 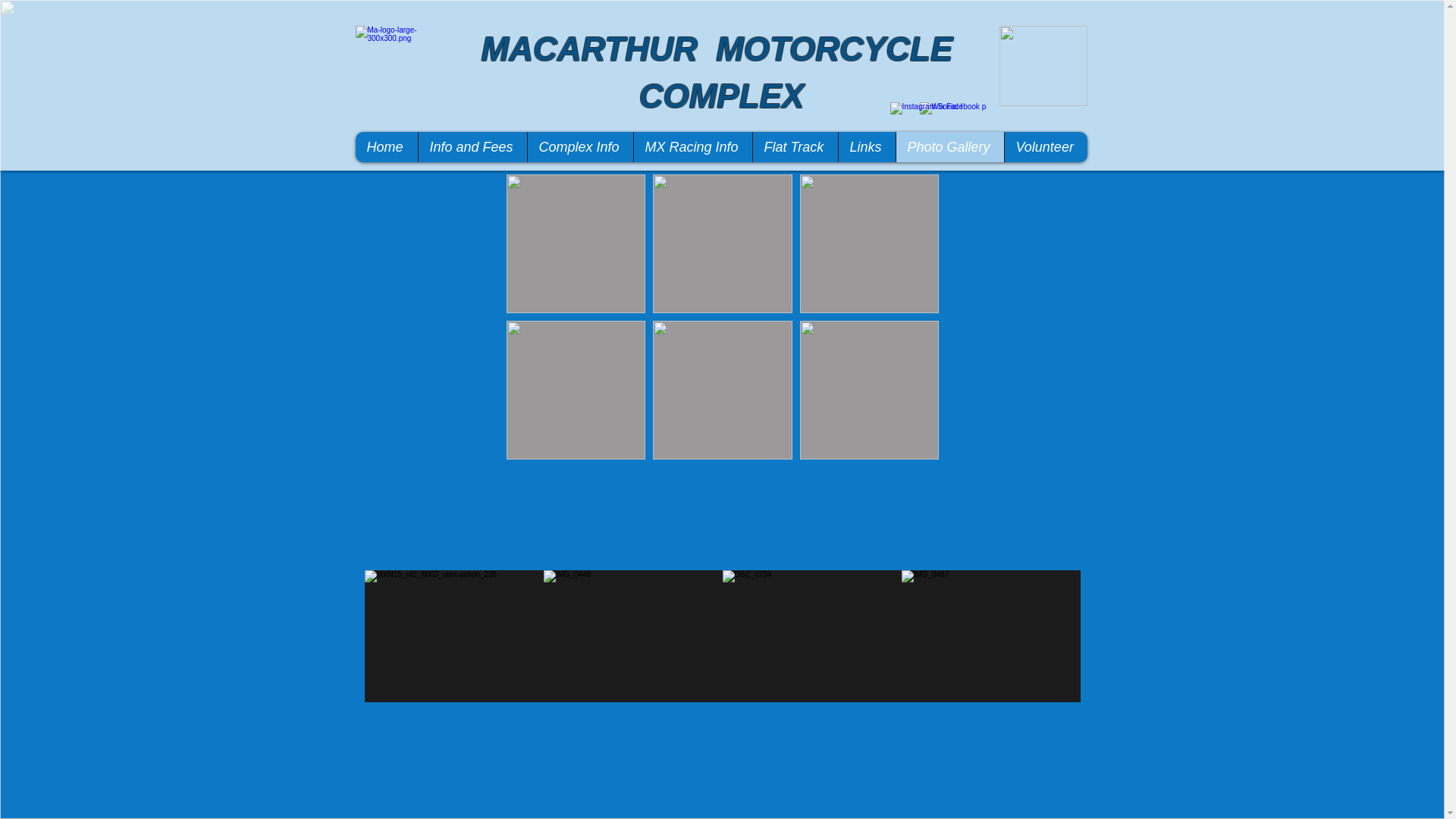 I want to click on 'Flat Track', so click(x=794, y=146).